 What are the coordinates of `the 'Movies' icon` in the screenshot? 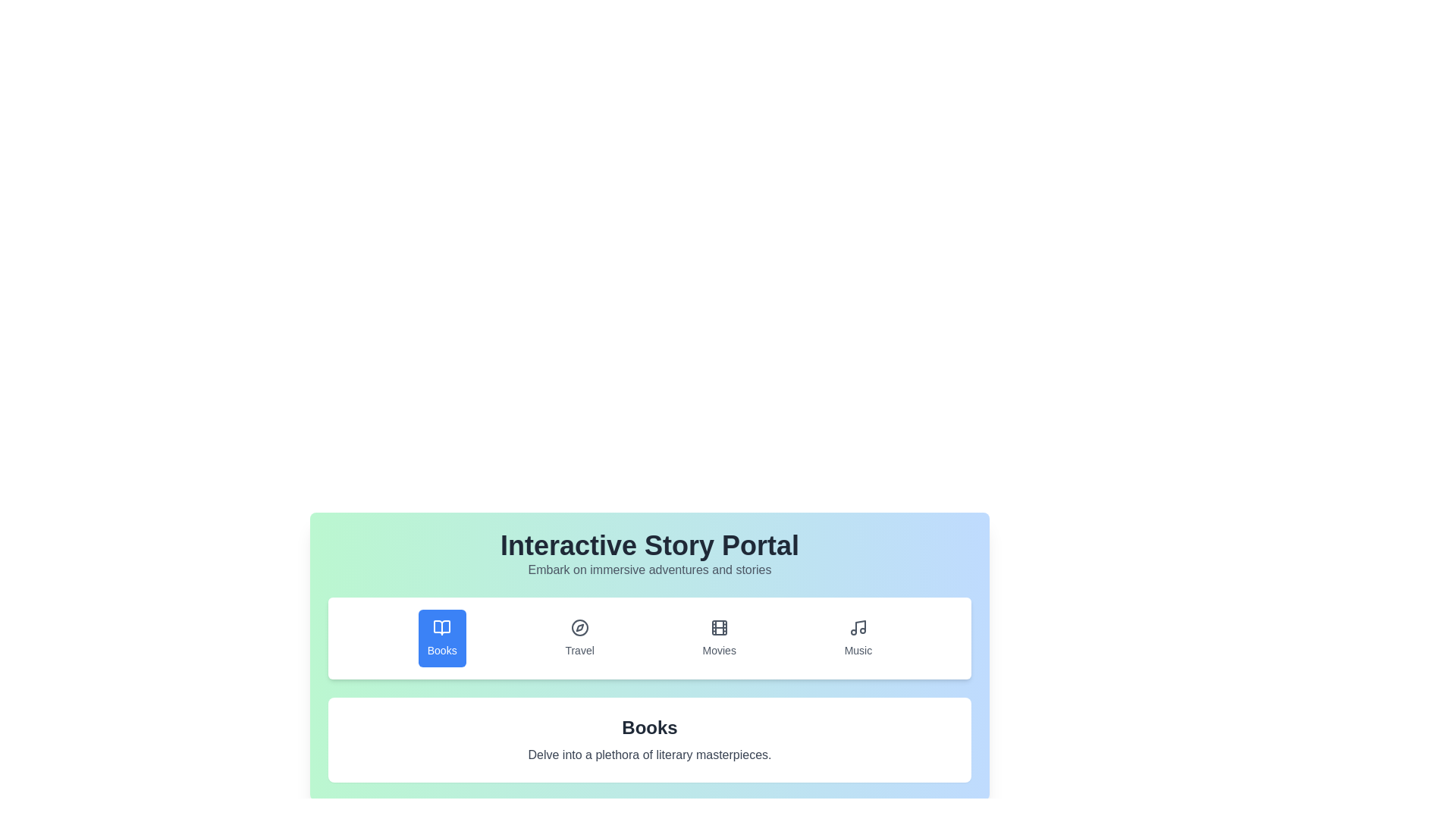 It's located at (718, 628).